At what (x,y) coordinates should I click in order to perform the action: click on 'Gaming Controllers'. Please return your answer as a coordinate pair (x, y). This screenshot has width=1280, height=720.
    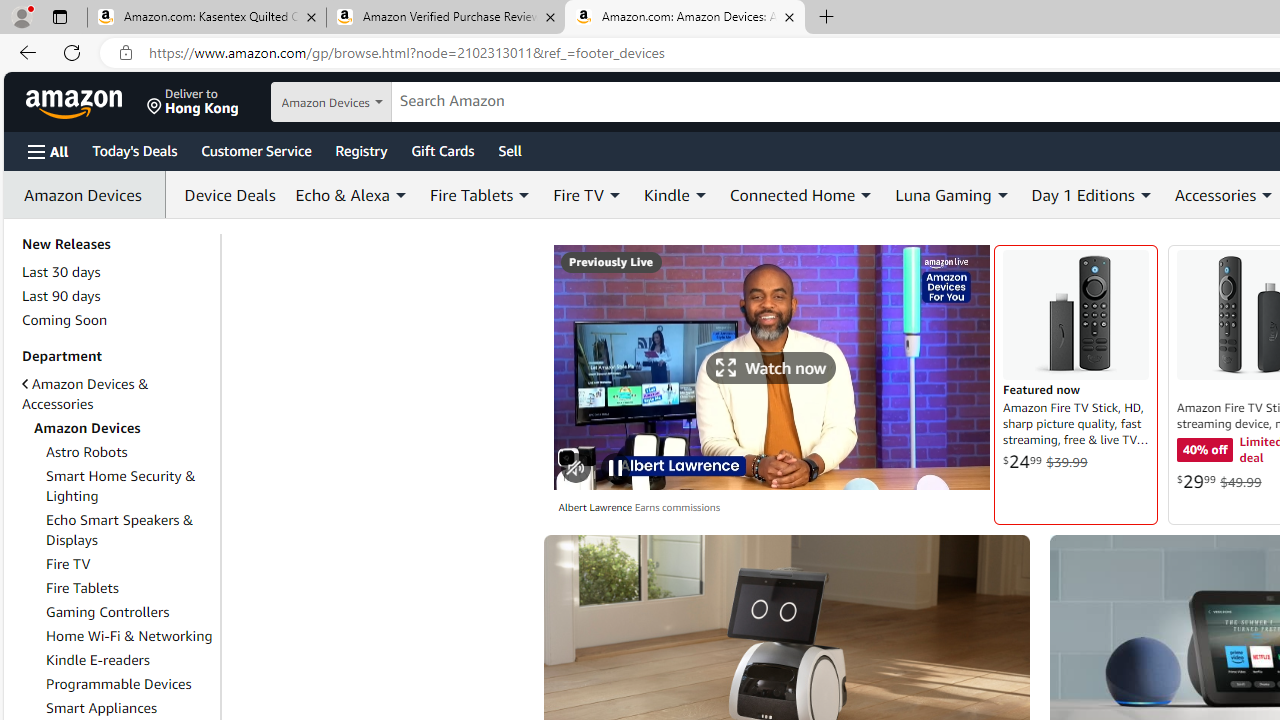
    Looking at the image, I should click on (128, 611).